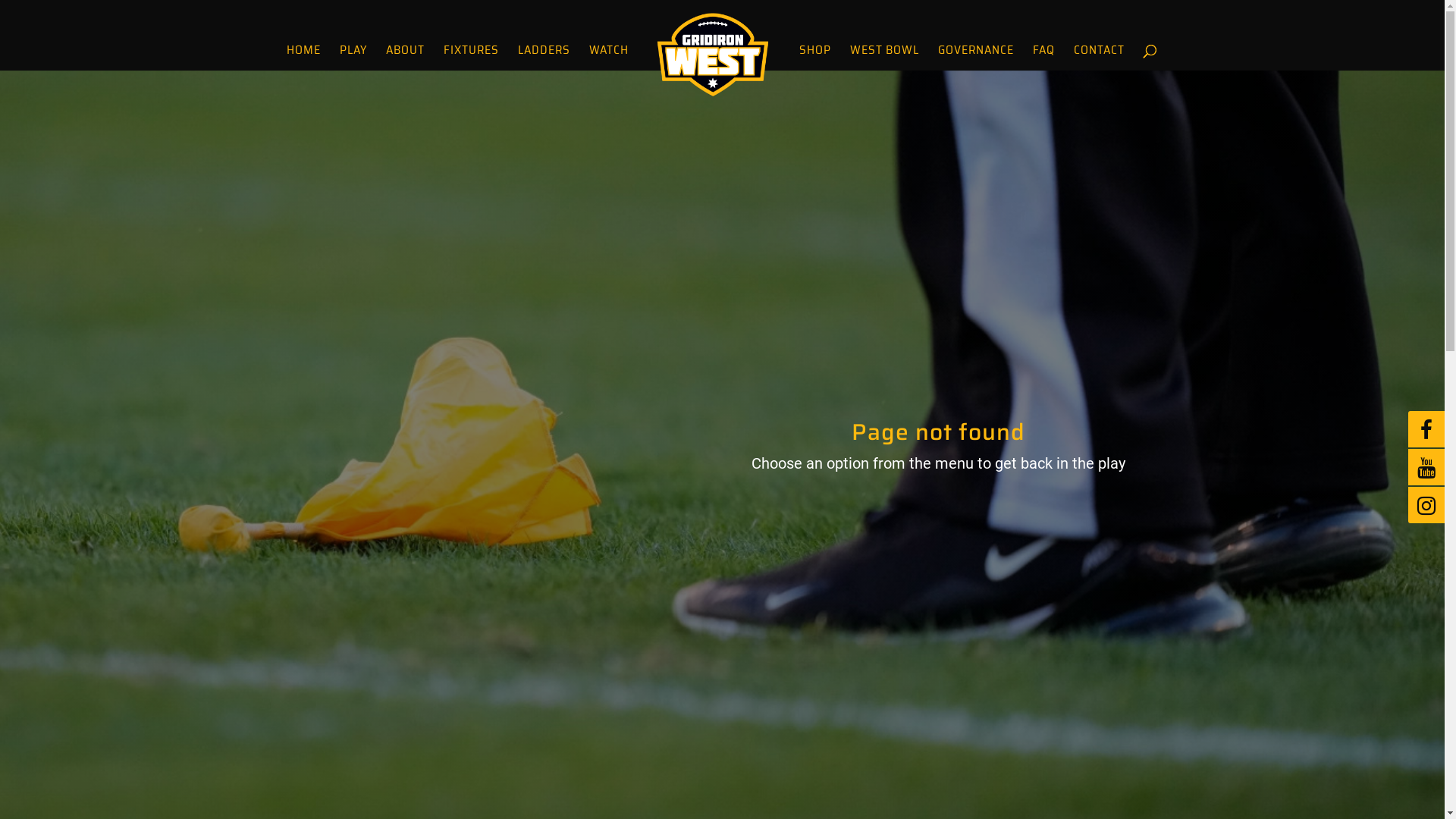  Describe the element at coordinates (937, 57) in the screenshot. I see `'GOVERNANCE'` at that location.